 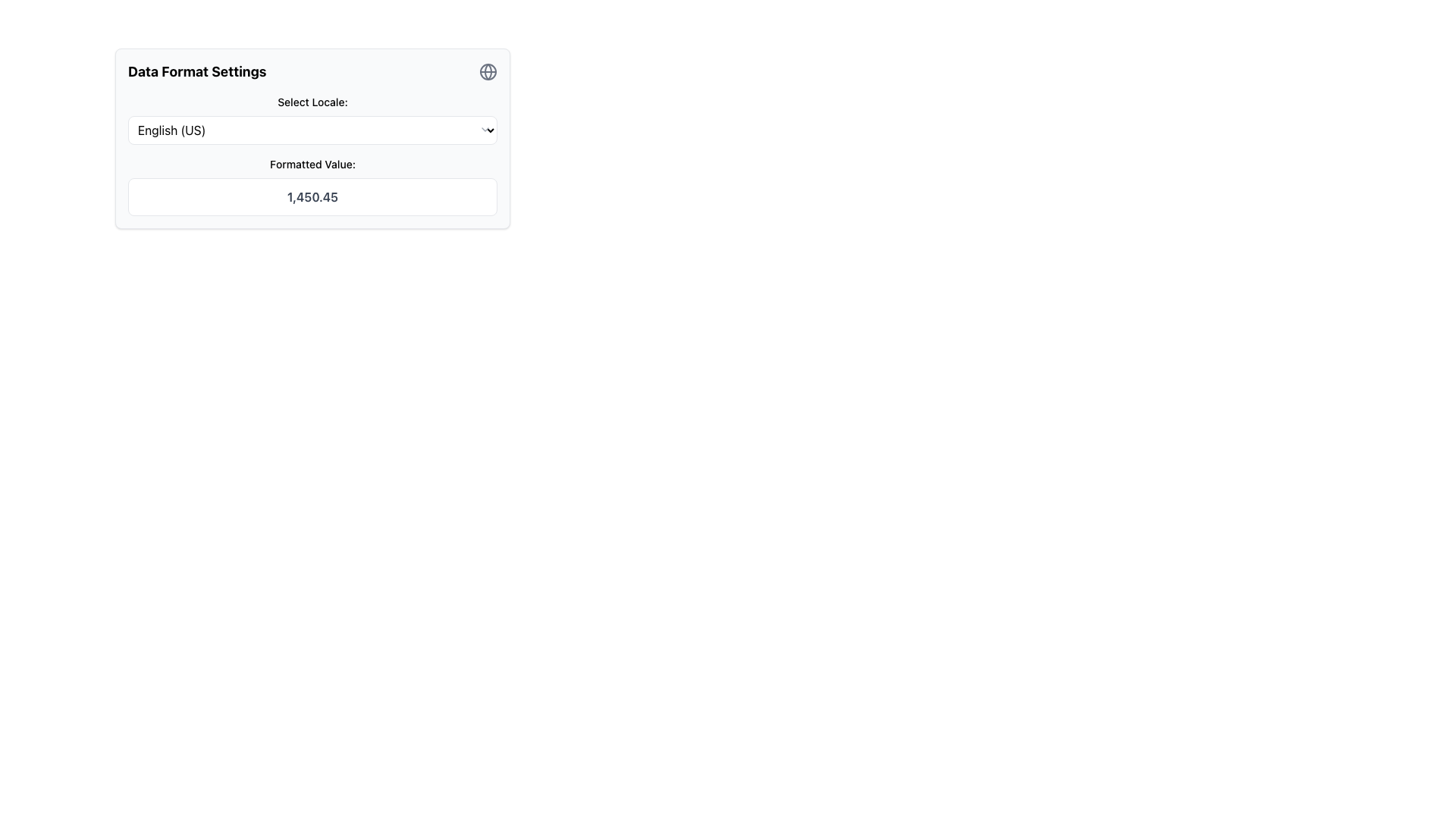 What do you see at coordinates (312, 196) in the screenshot?
I see `the Static Text Field displaying '1,450.45' which is styled with a white background and dark gray bold text, located below the label 'Formatted Value:'` at bounding box center [312, 196].